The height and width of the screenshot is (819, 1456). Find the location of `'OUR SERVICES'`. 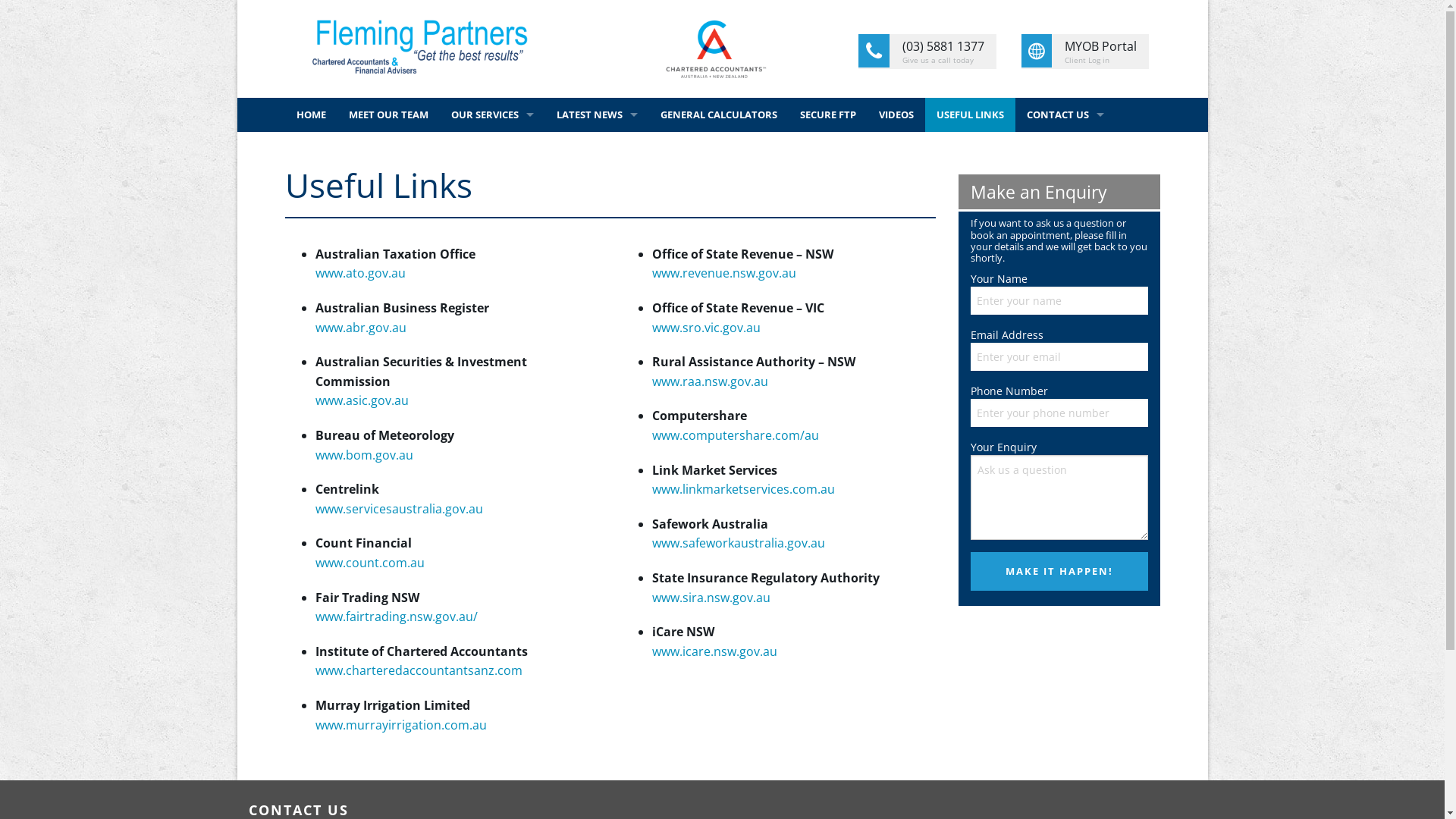

'OUR SERVICES' is located at coordinates (492, 114).